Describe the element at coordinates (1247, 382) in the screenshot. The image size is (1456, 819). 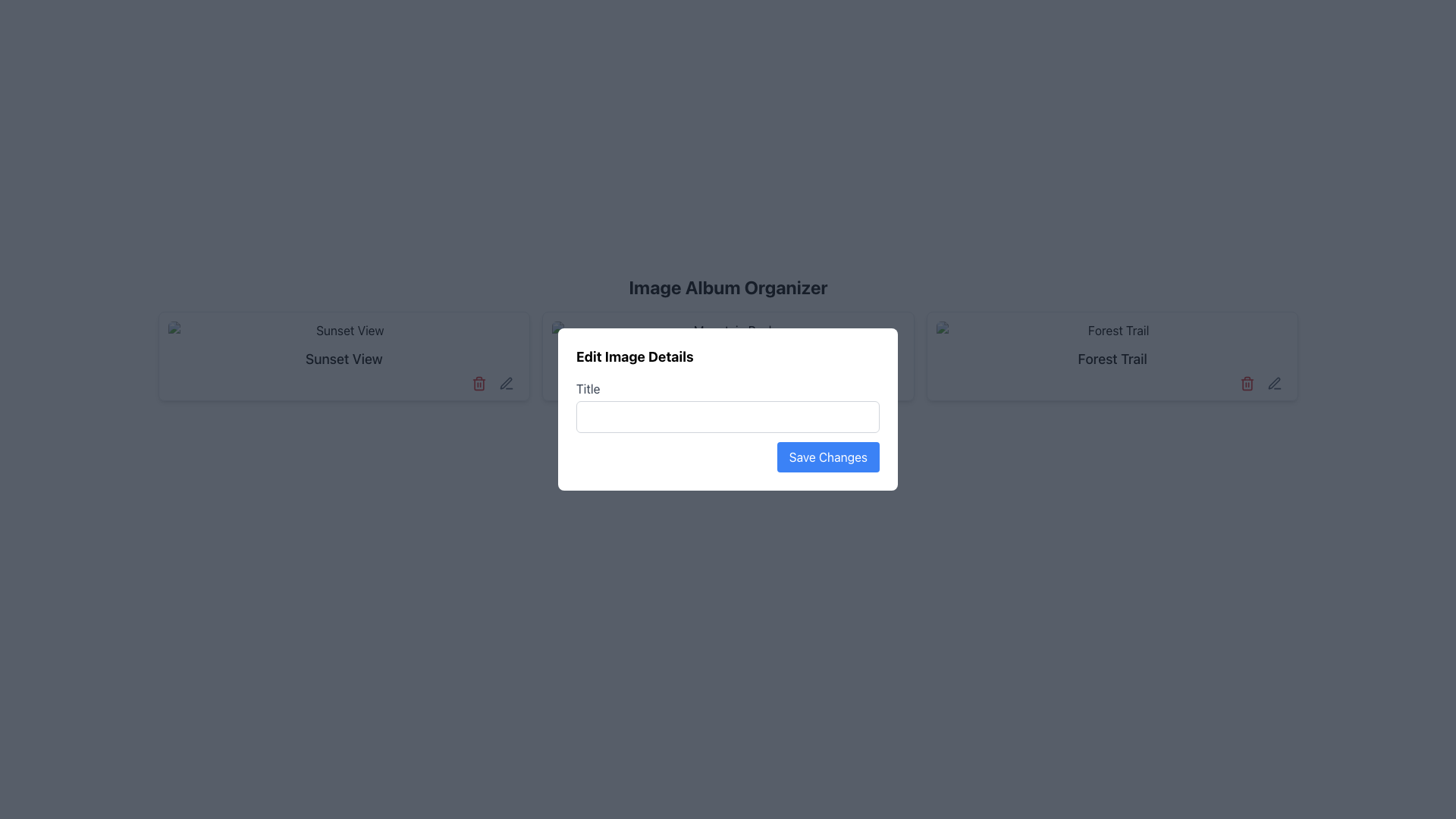
I see `the trash can icon button located at the bottom right corner of the 'Forest Trail' card` at that location.